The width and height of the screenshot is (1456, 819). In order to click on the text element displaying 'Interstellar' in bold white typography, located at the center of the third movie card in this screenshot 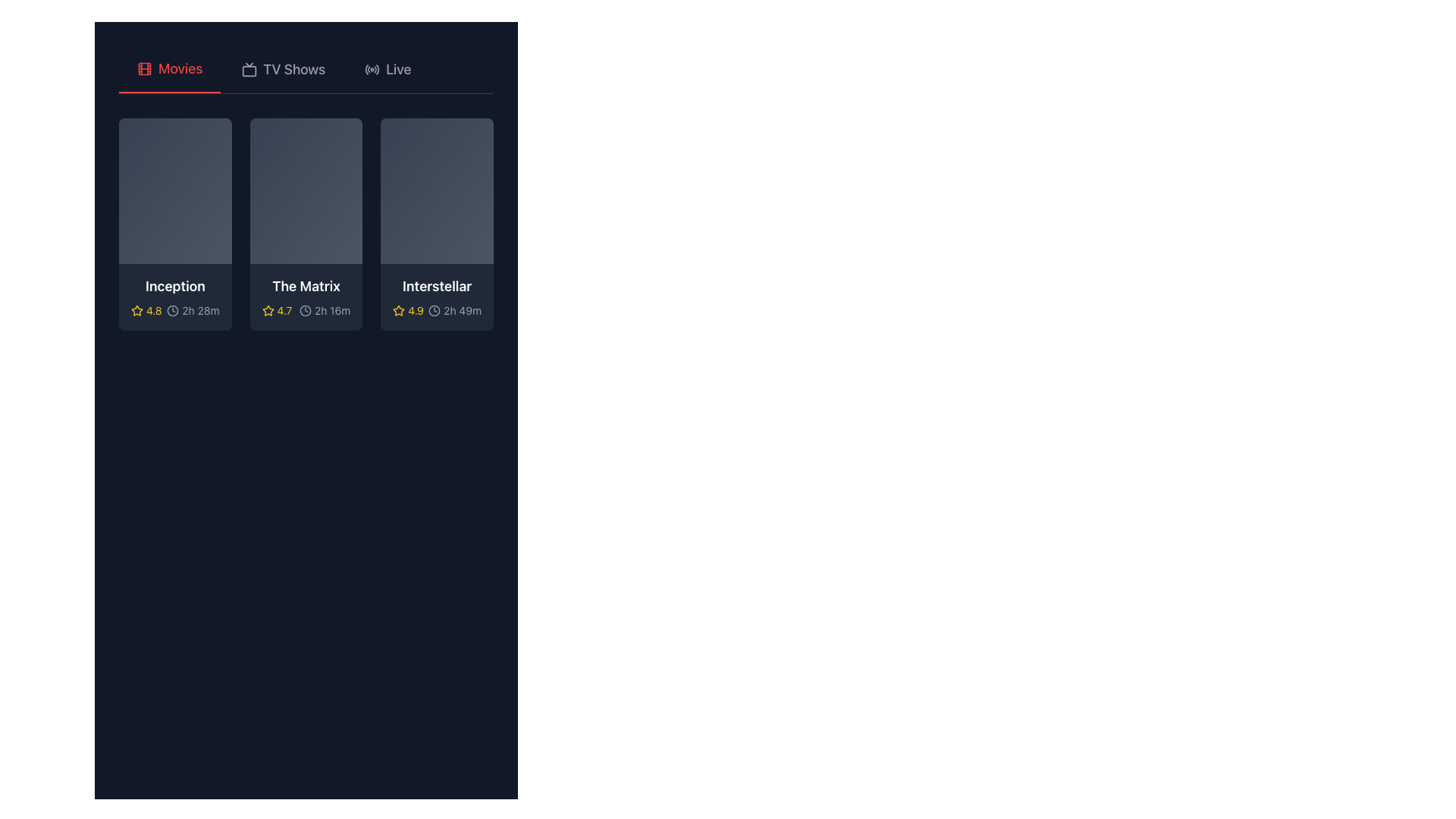, I will do `click(436, 287)`.